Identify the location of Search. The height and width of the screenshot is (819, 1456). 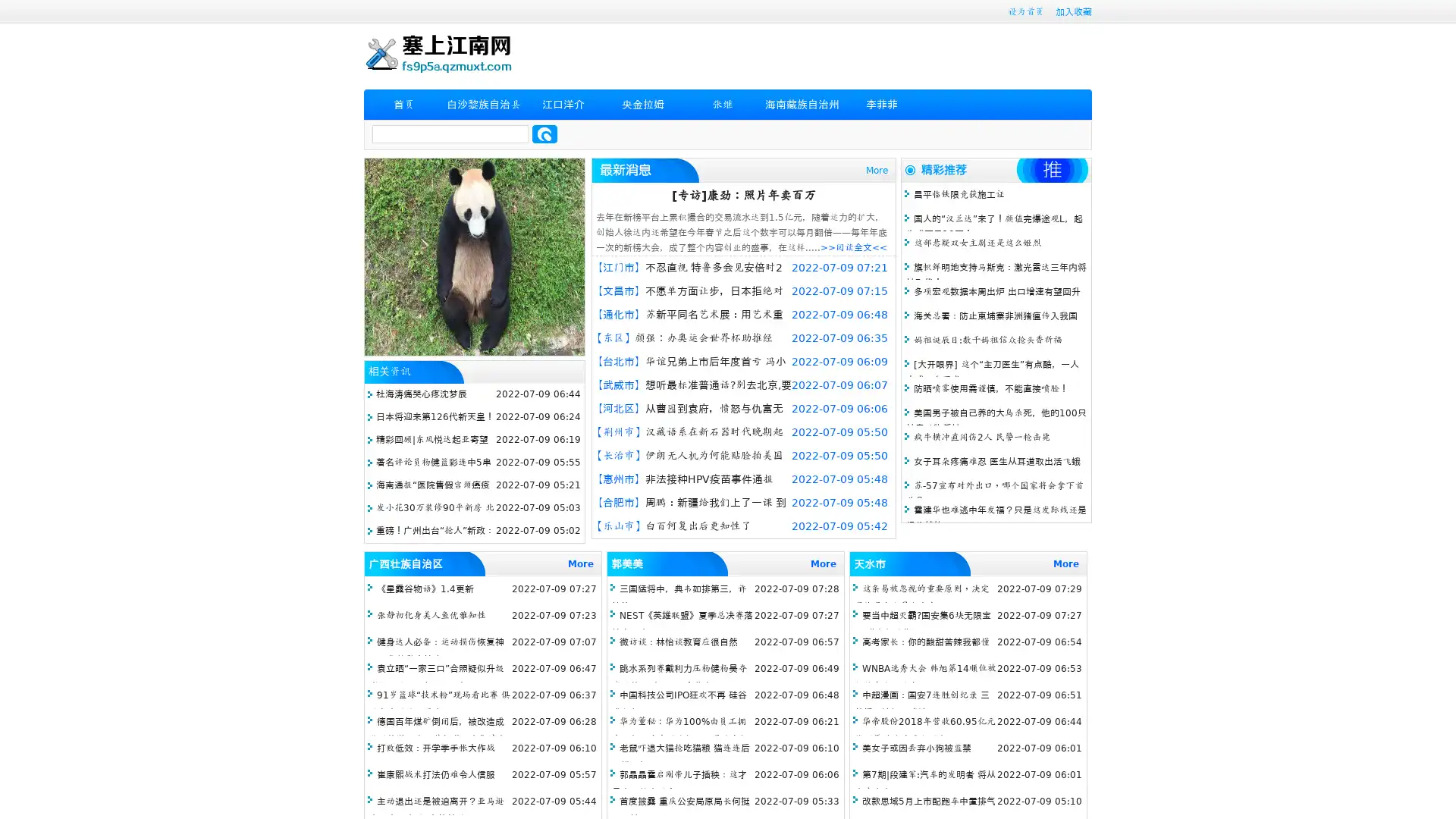
(544, 133).